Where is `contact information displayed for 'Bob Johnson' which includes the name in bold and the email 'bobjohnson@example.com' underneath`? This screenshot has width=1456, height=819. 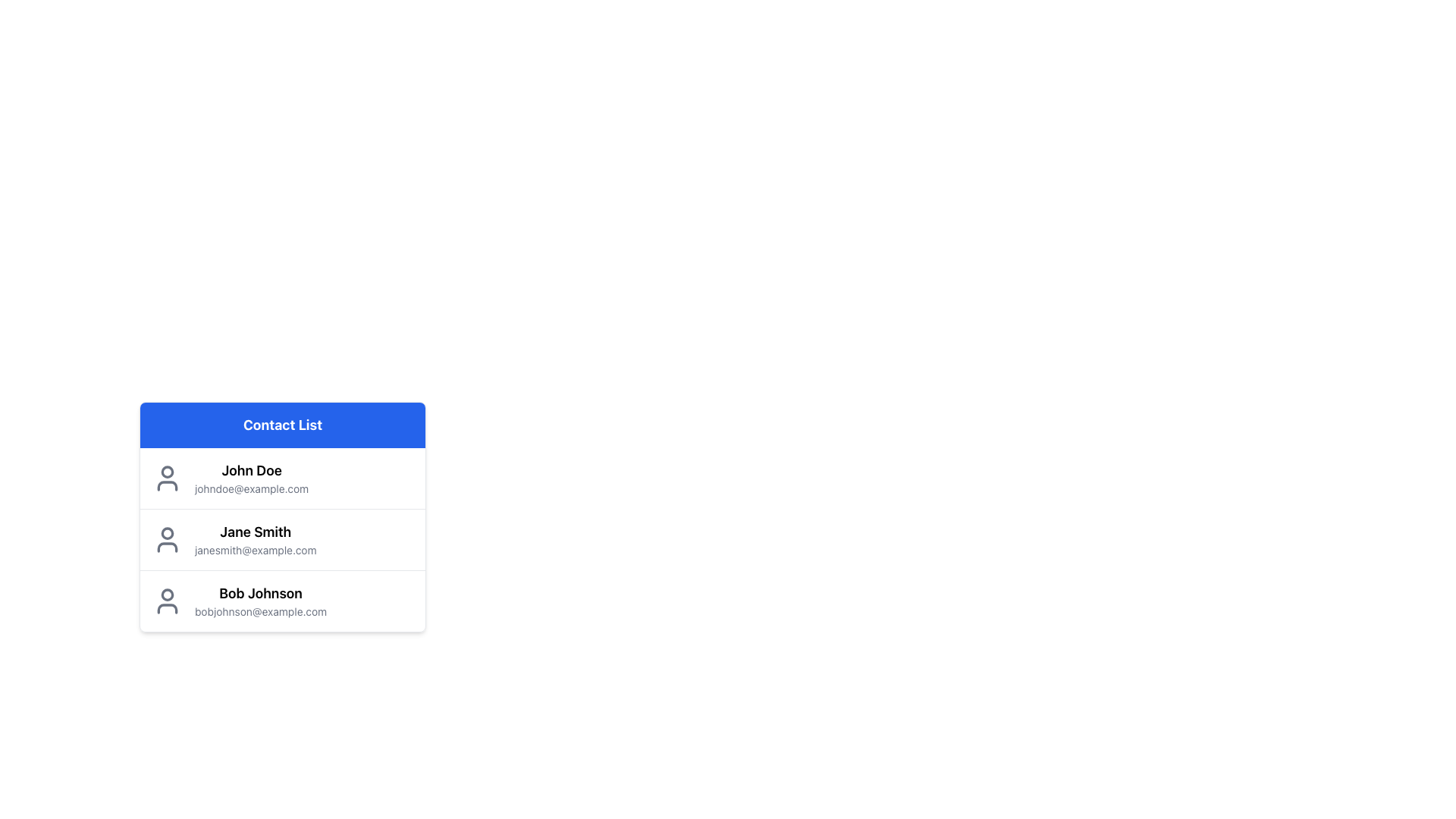 contact information displayed for 'Bob Johnson' which includes the name in bold and the email 'bobjohnson@example.com' underneath is located at coordinates (261, 601).